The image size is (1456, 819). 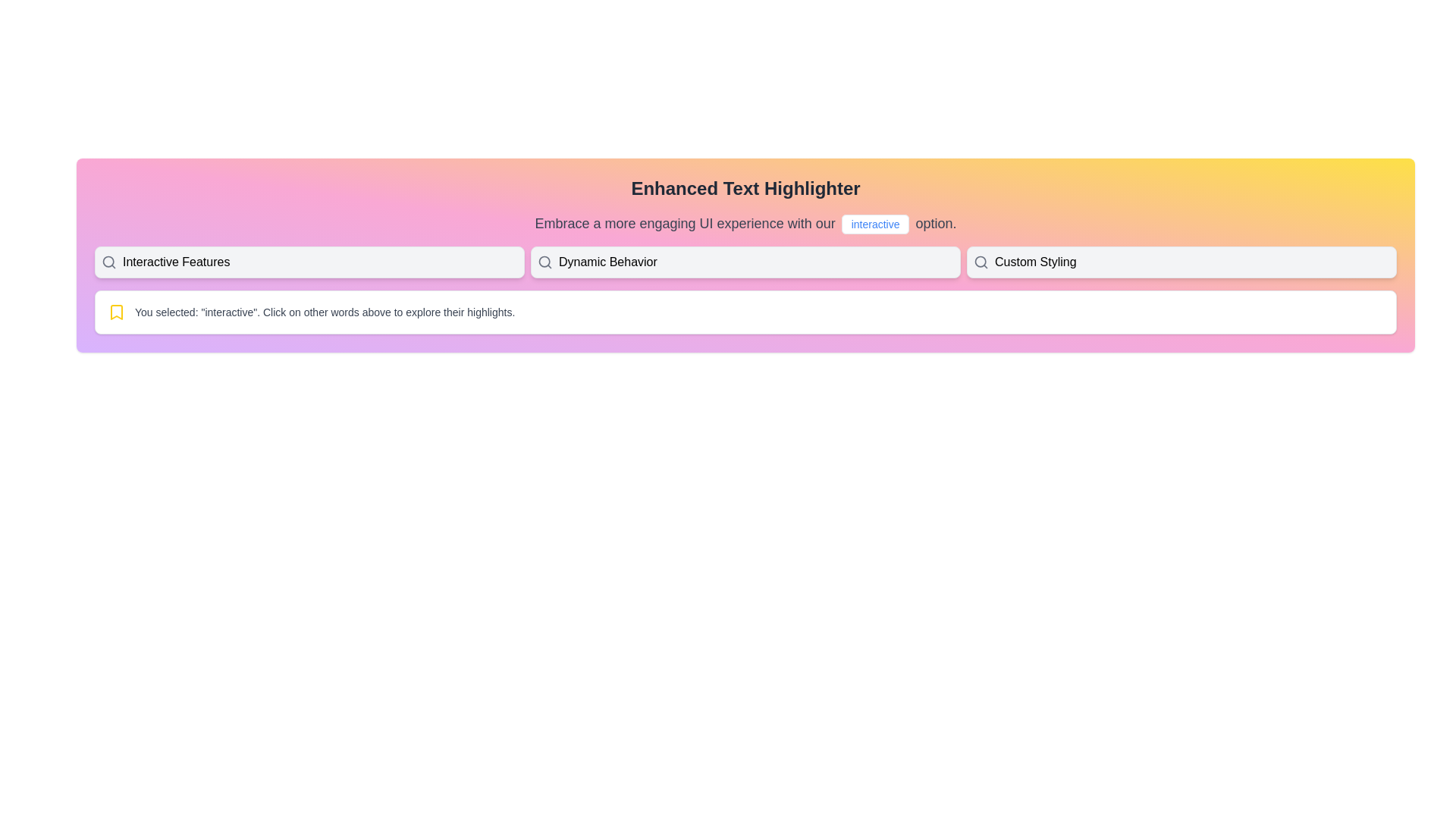 I want to click on the Interactive button labeled 'Dynamic Behavior' which is the second item in a horizontal group of three buttons, so click(x=745, y=262).